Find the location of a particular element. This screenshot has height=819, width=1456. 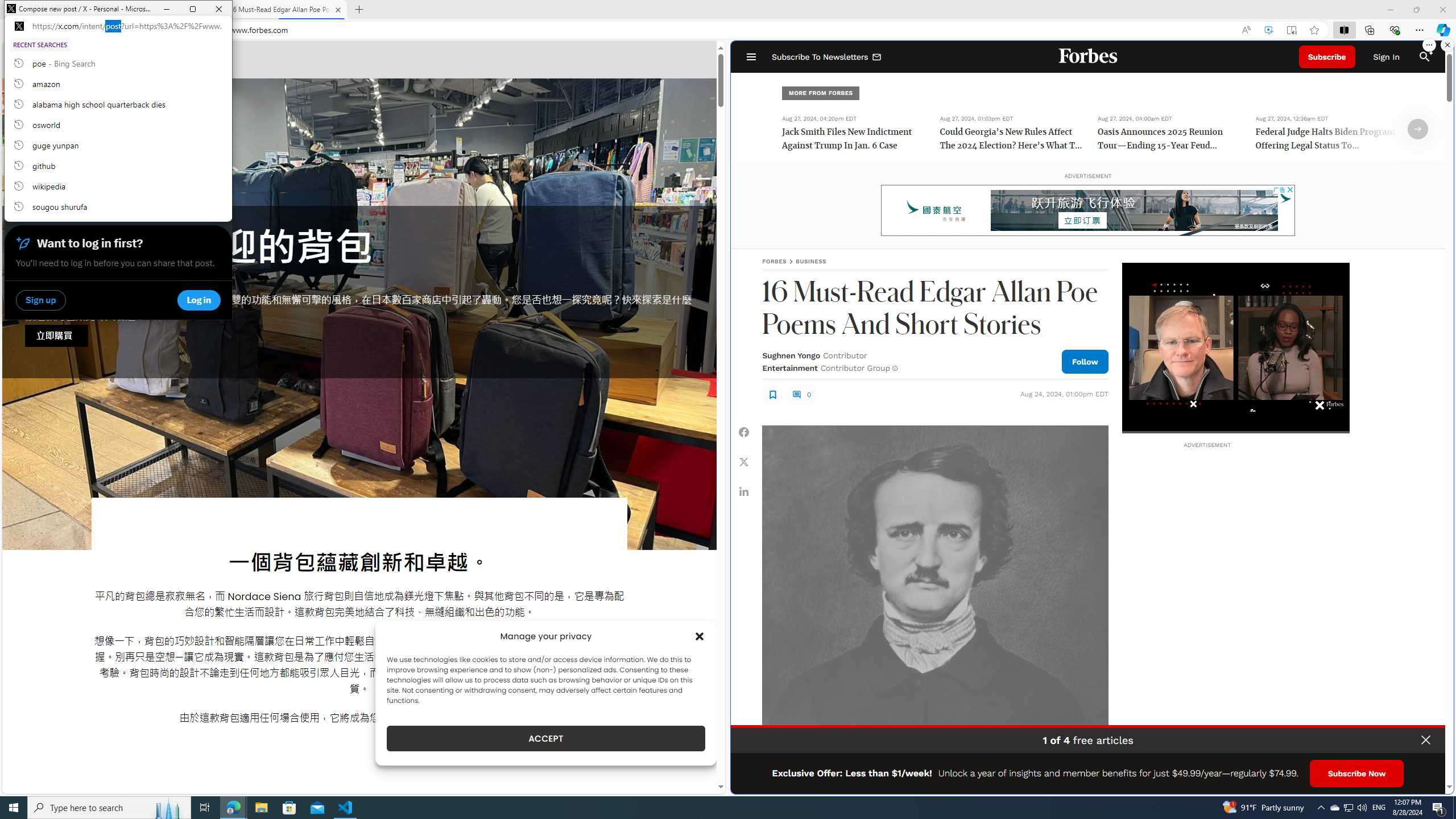

'Microsoft Store' is located at coordinates (289, 806).